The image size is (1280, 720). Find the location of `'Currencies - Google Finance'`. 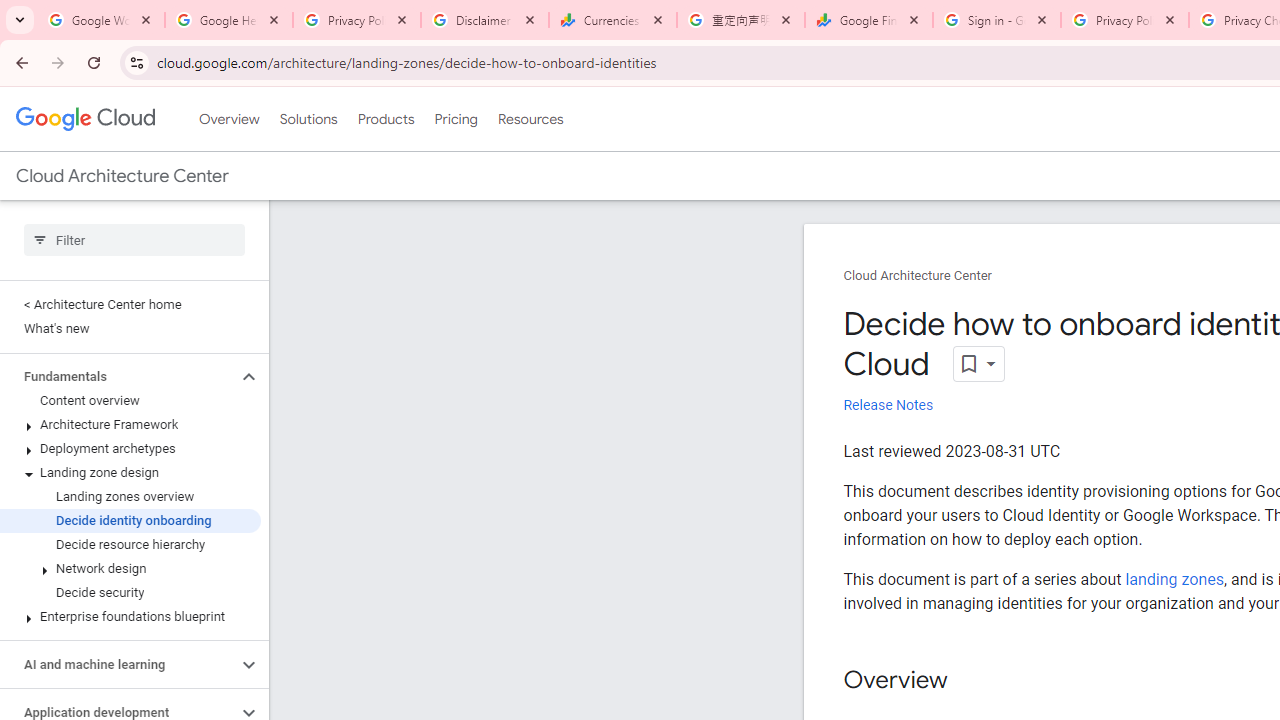

'Currencies - Google Finance' is located at coordinates (612, 20).